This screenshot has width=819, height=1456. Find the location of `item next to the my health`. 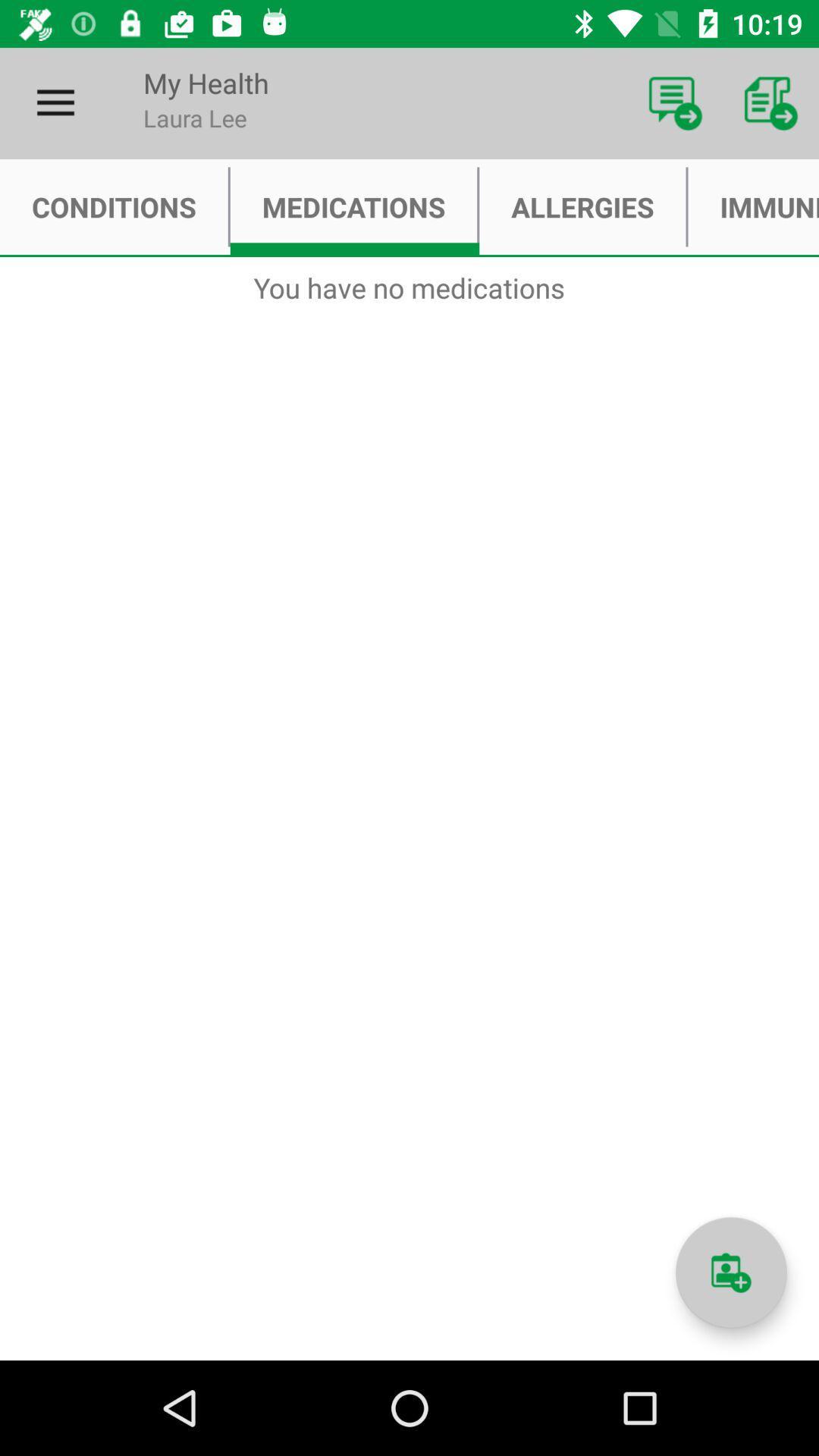

item next to the my health is located at coordinates (675, 102).